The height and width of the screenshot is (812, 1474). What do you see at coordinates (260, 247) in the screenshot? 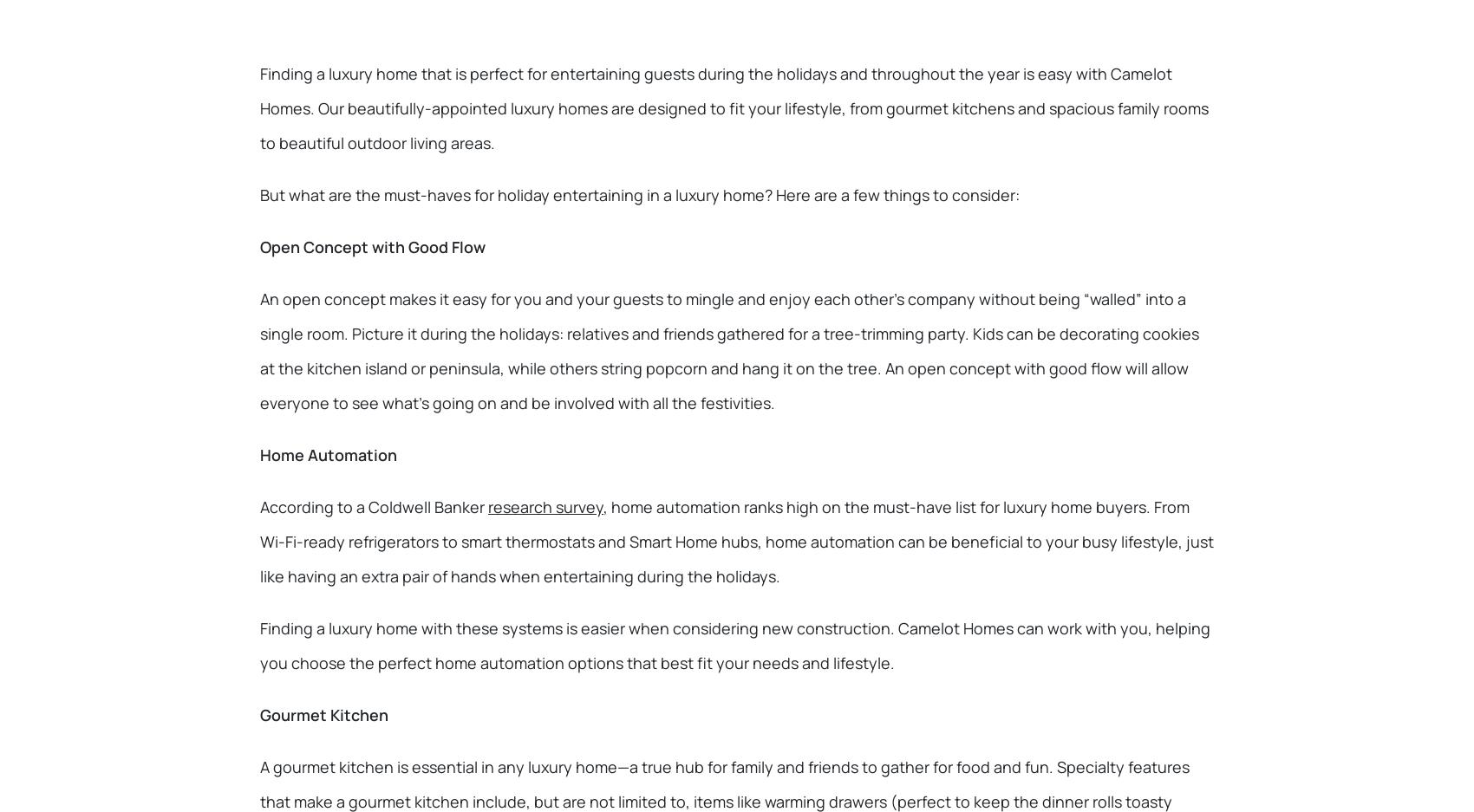
I see `'Open Concept with Good Flow'` at bounding box center [260, 247].